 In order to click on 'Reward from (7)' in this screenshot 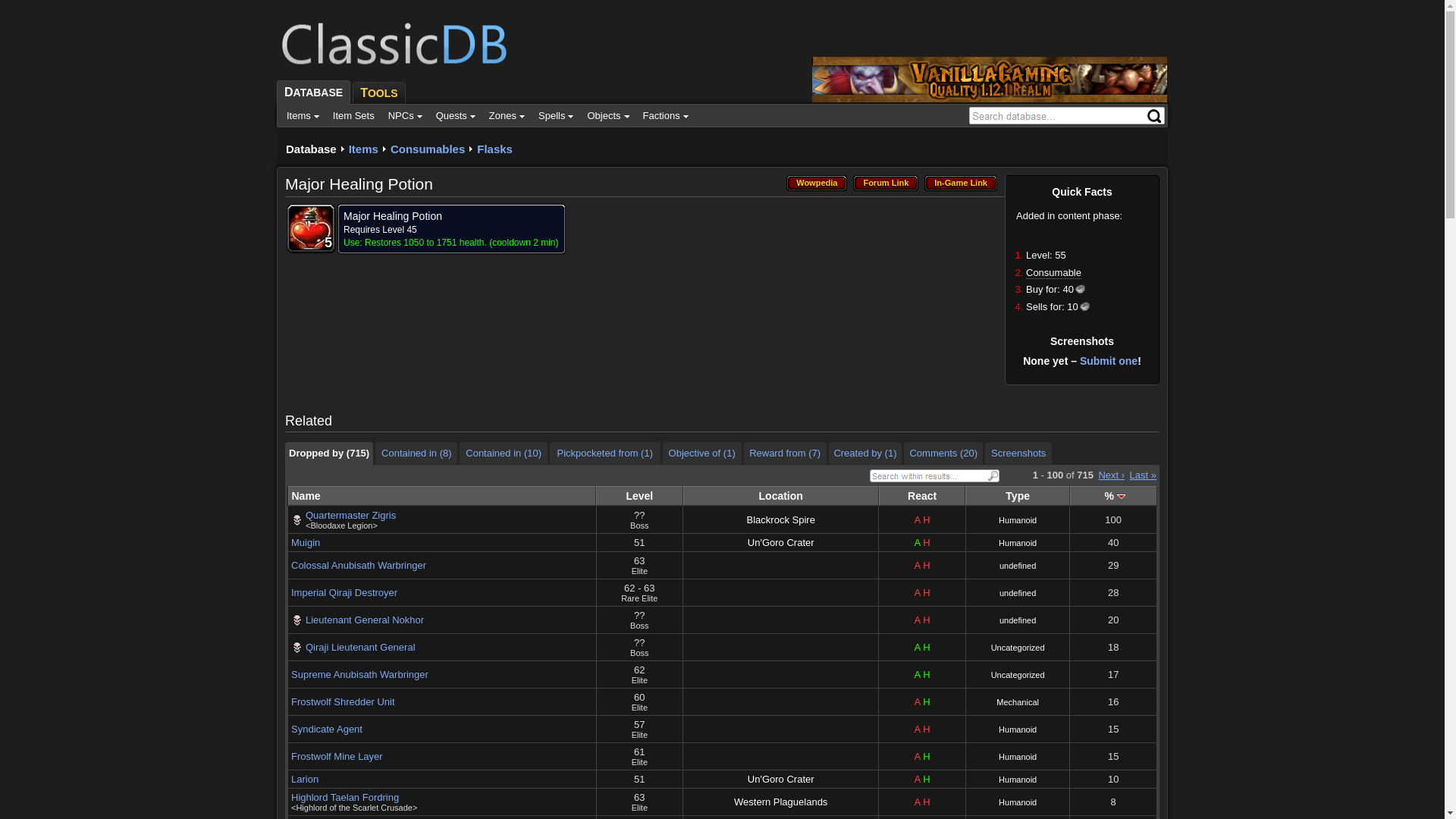, I will do `click(785, 452)`.